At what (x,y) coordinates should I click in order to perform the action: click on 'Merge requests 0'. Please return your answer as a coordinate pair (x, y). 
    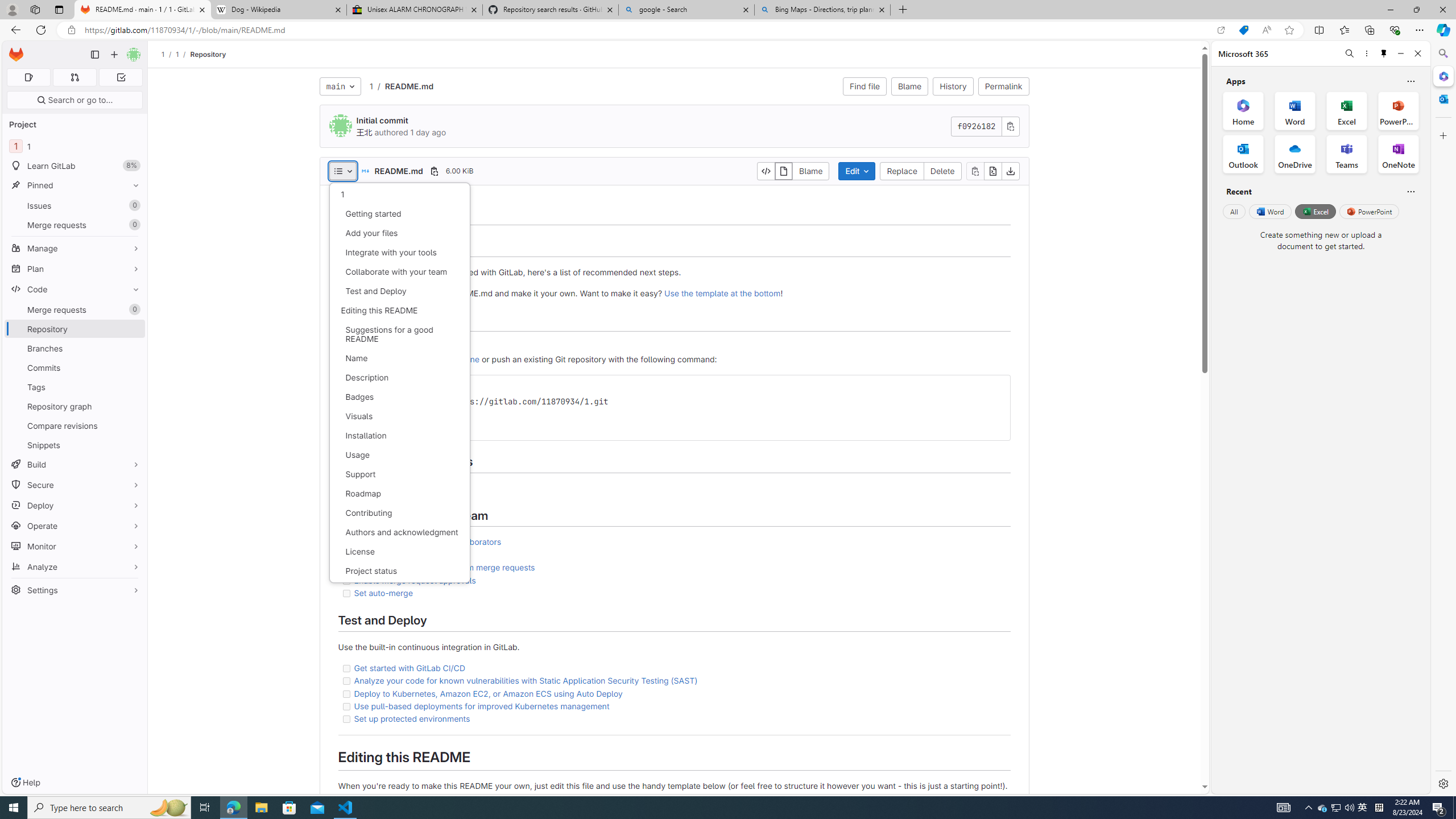
    Looking at the image, I should click on (74, 309).